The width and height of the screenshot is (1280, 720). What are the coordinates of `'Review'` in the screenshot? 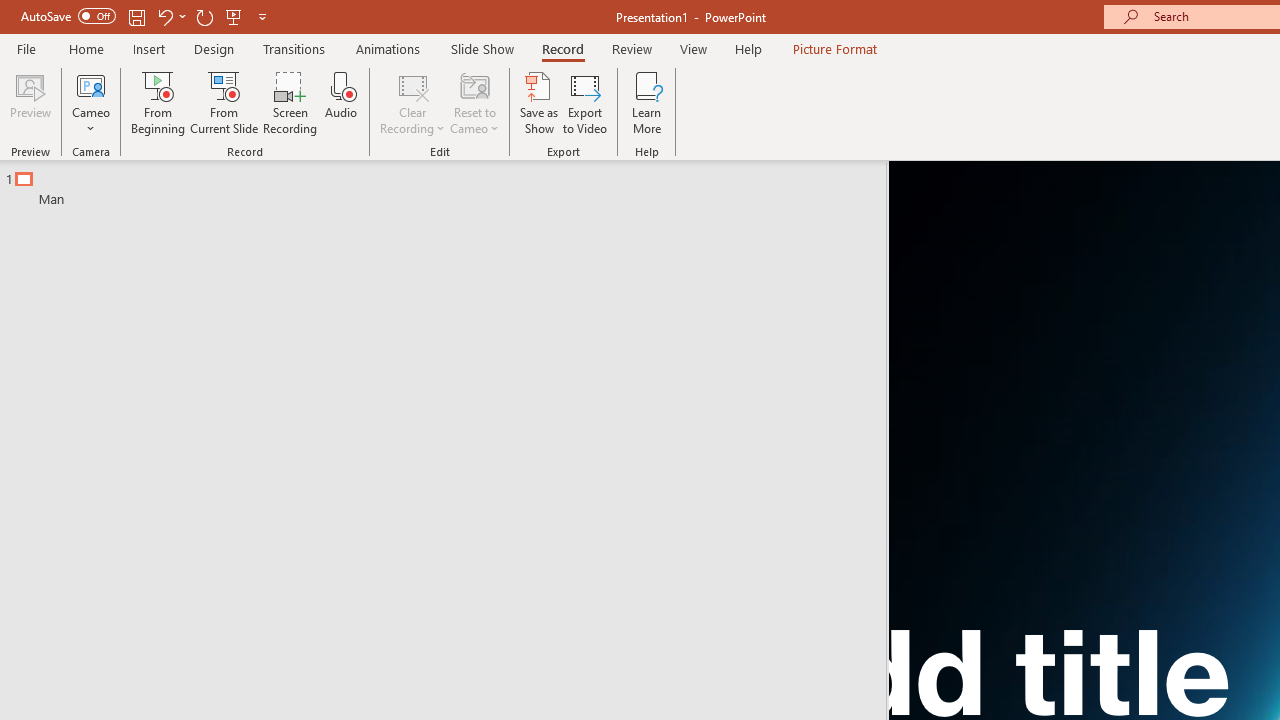 It's located at (630, 48).